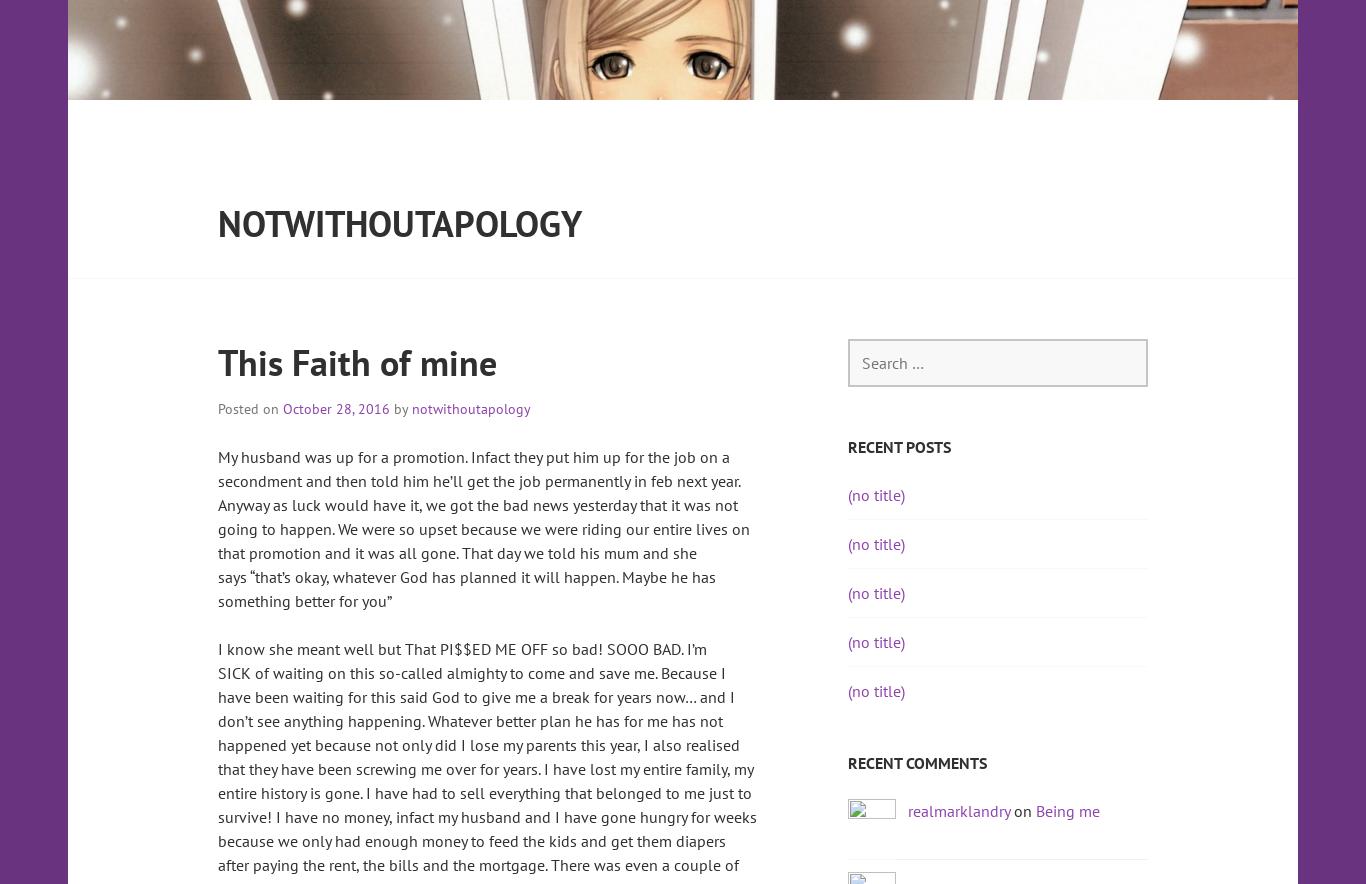 The height and width of the screenshot is (884, 1366). What do you see at coordinates (958, 809) in the screenshot?
I see `'realmarklandry'` at bounding box center [958, 809].